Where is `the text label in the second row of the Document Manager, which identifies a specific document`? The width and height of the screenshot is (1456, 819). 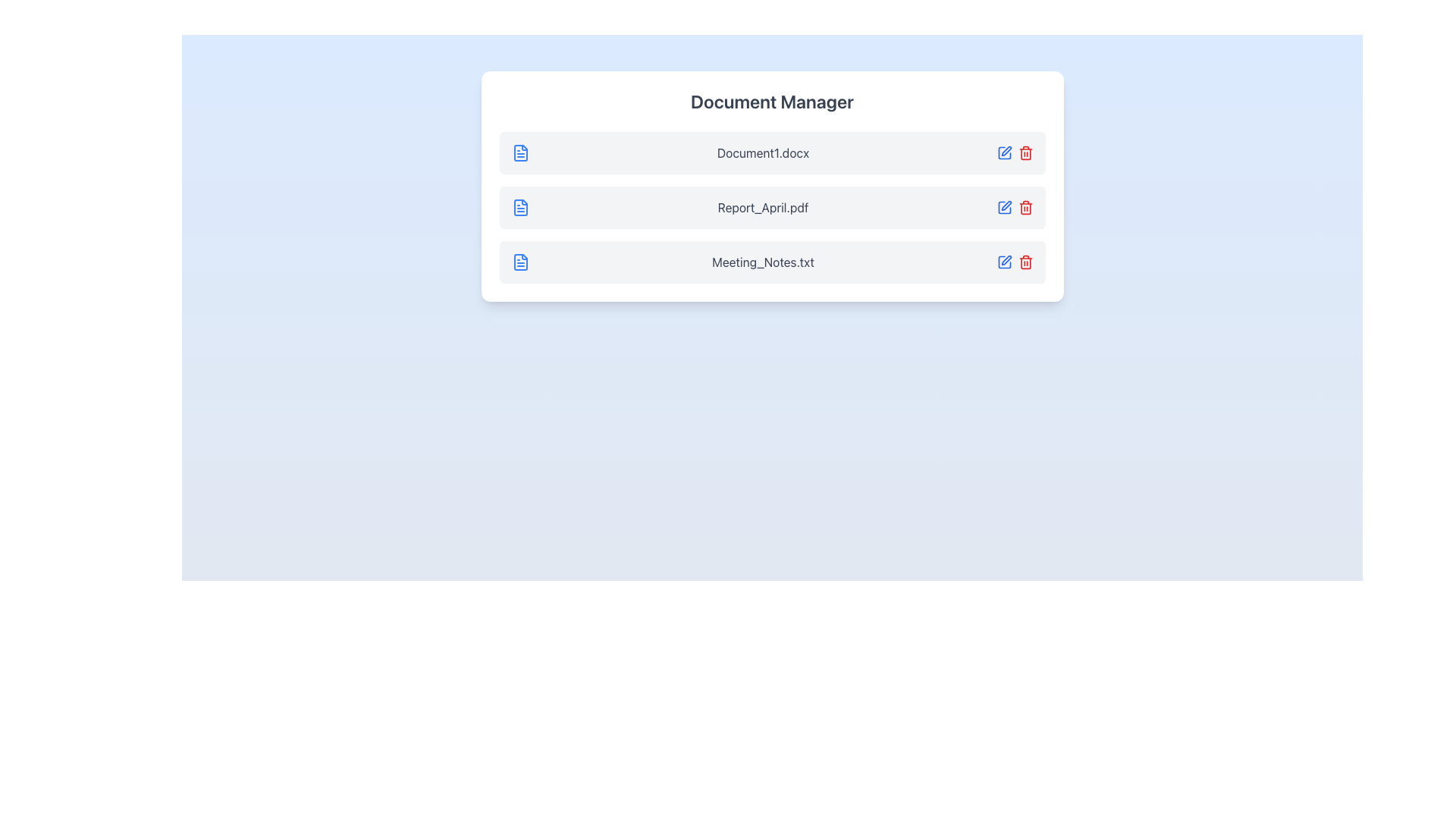 the text label in the second row of the Document Manager, which identifies a specific document is located at coordinates (763, 207).